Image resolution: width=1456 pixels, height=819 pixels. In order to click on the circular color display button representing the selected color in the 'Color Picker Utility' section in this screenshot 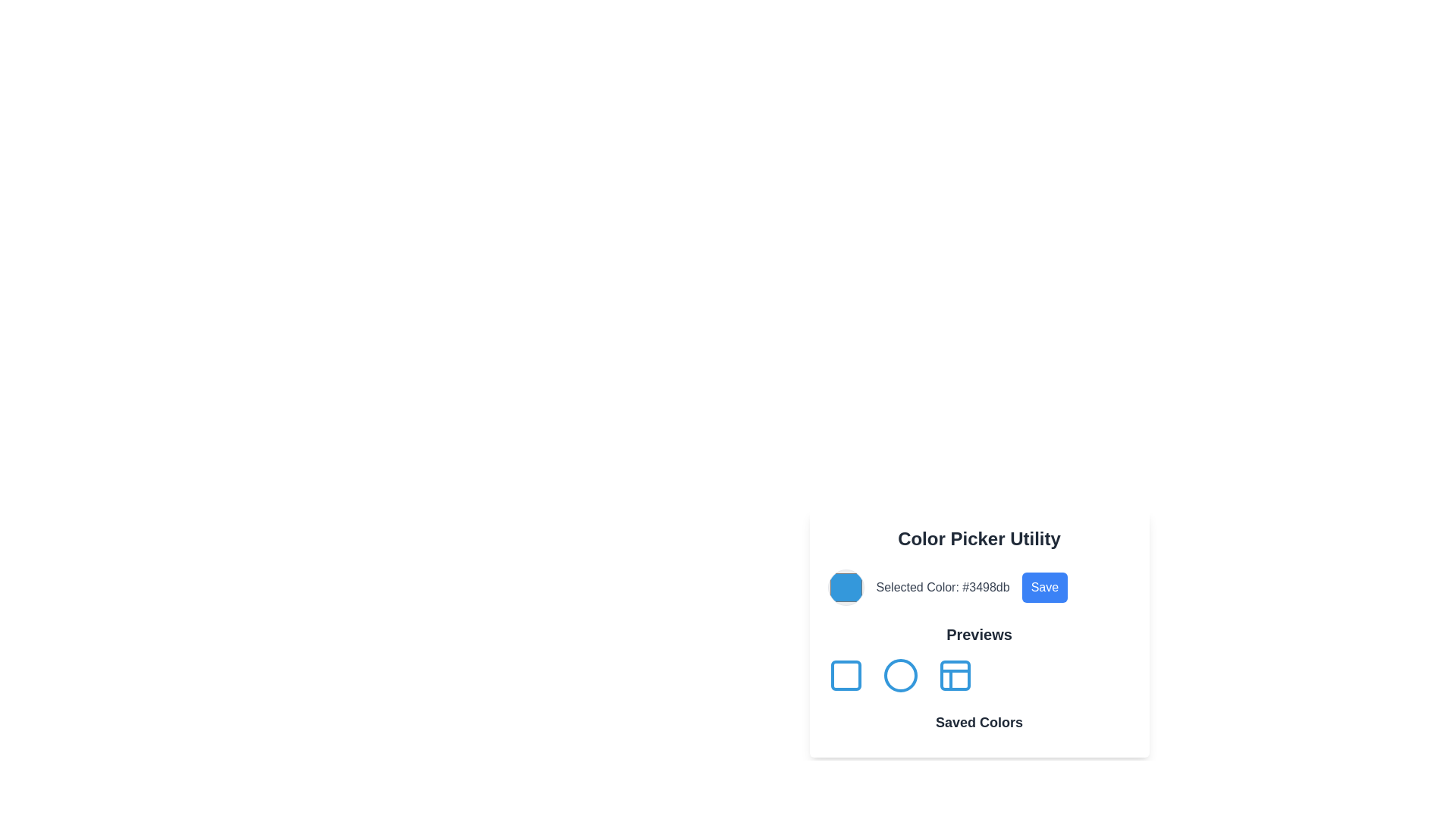, I will do `click(845, 587)`.